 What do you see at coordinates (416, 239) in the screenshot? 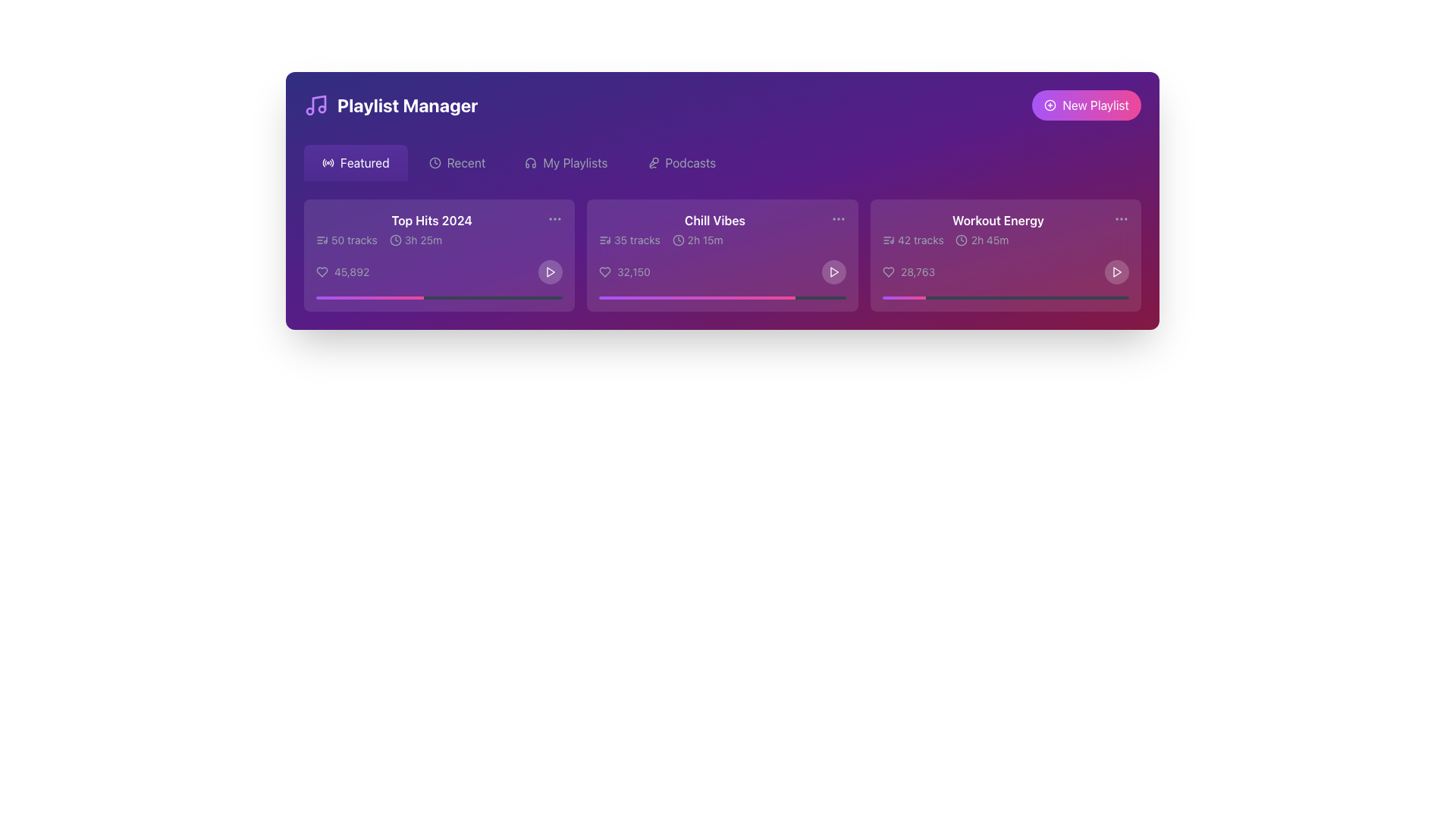
I see `displayed duration text from the informational display located in the 'Top Hits 2024' section, positioned directly right of the '50 tracks' text and above the like count text` at bounding box center [416, 239].